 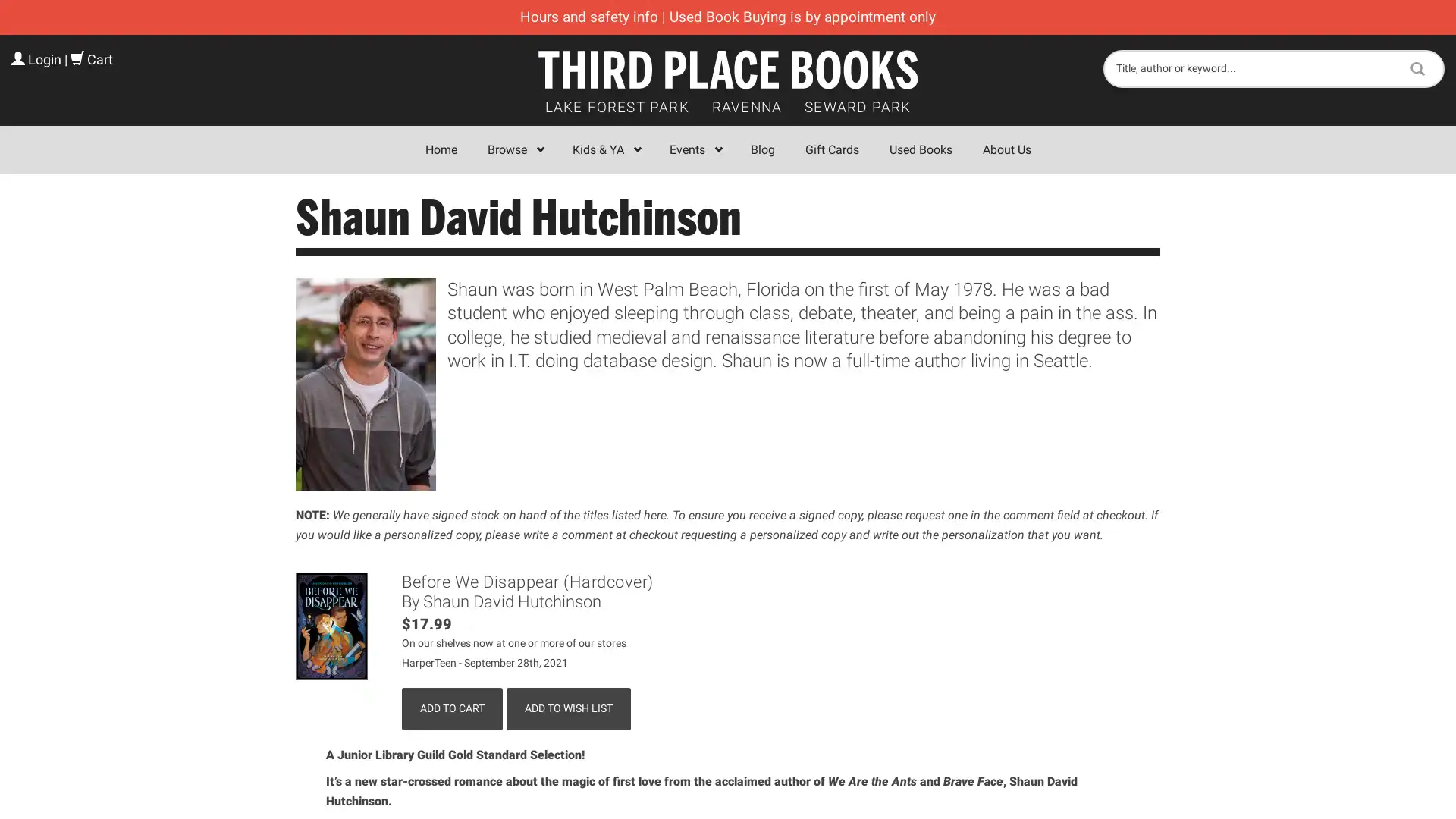 I want to click on Close, so click(x=949, y=222).